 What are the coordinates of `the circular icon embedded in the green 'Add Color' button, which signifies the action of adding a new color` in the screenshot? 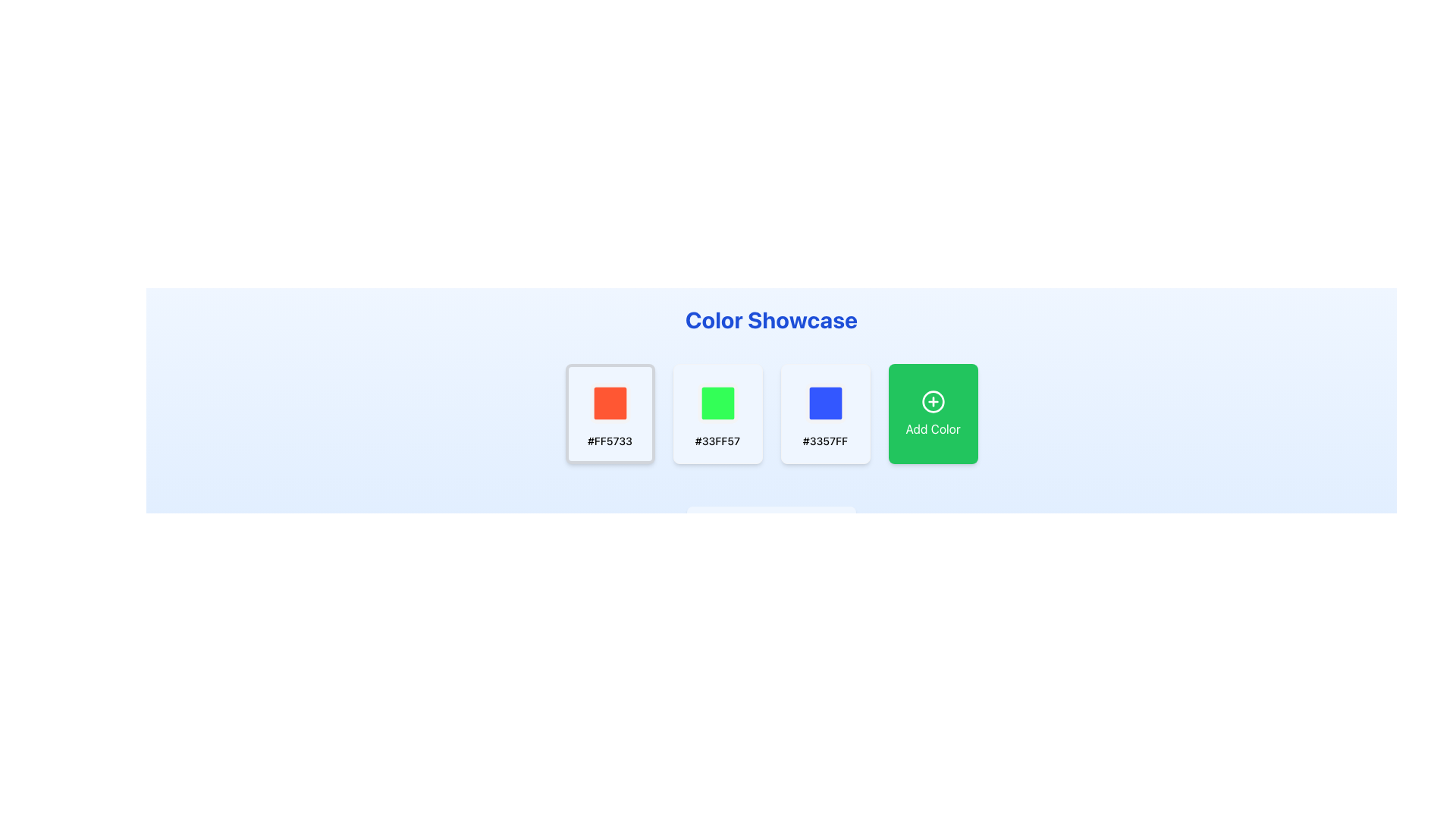 It's located at (932, 400).